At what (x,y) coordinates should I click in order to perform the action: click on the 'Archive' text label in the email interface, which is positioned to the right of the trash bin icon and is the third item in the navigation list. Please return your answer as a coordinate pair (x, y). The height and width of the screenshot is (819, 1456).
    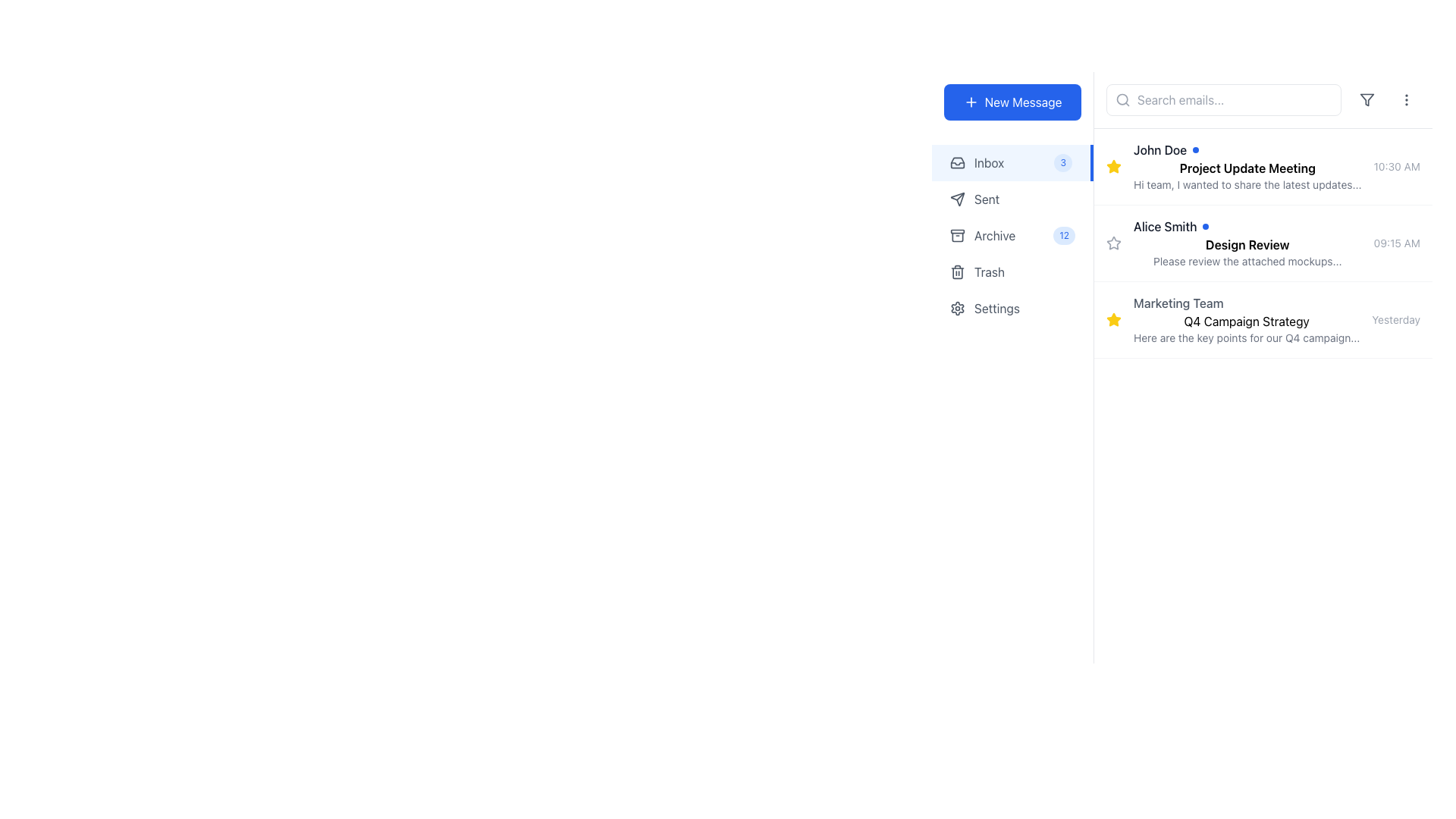
    Looking at the image, I should click on (1009, 236).